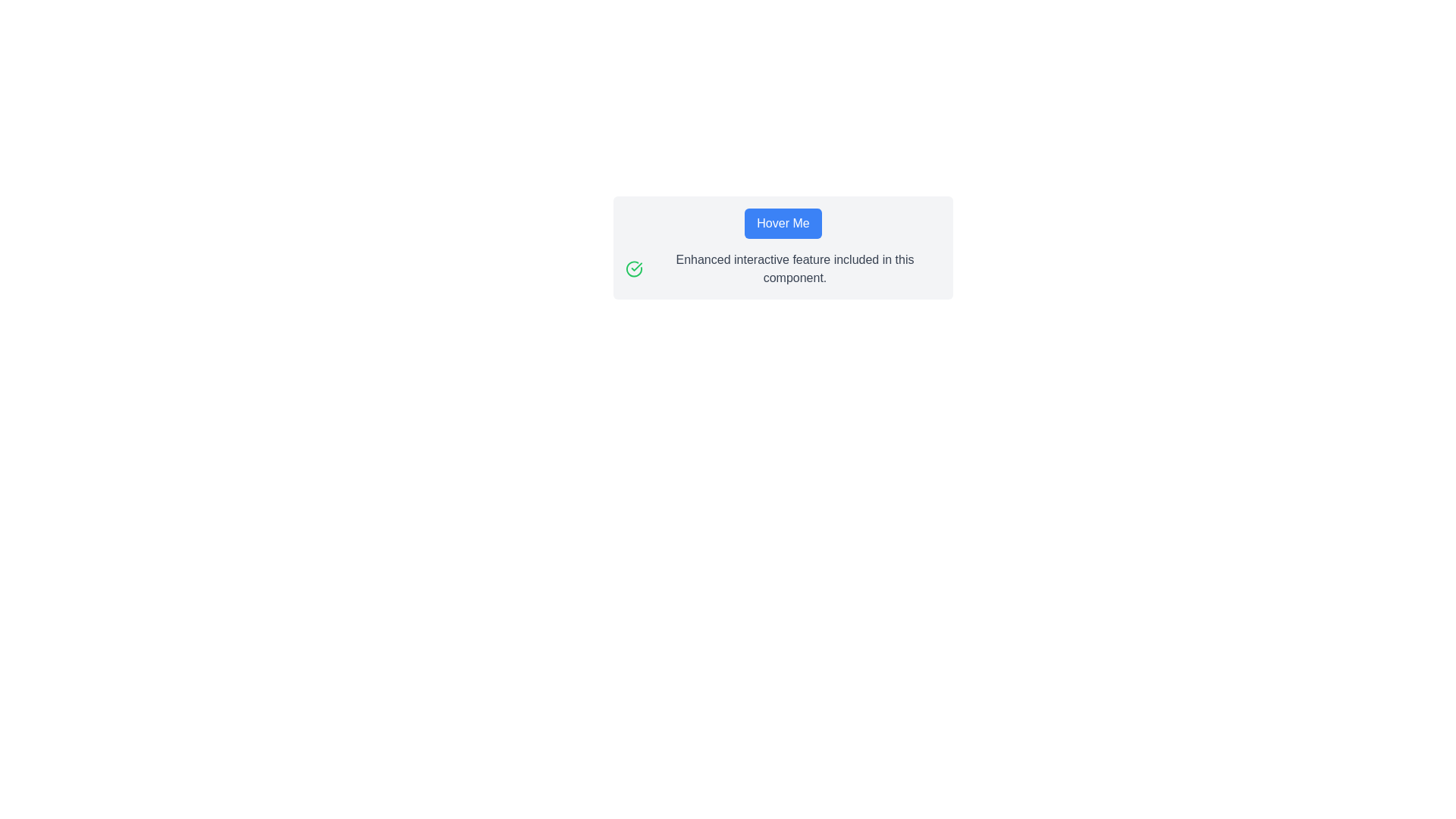  What do you see at coordinates (794, 268) in the screenshot?
I see `the text label that reads 'Enhanced interactive feature included in this component.', which is styled in gray and positioned to the right of a green check icon and below a button labeled 'Hover Me'` at bounding box center [794, 268].